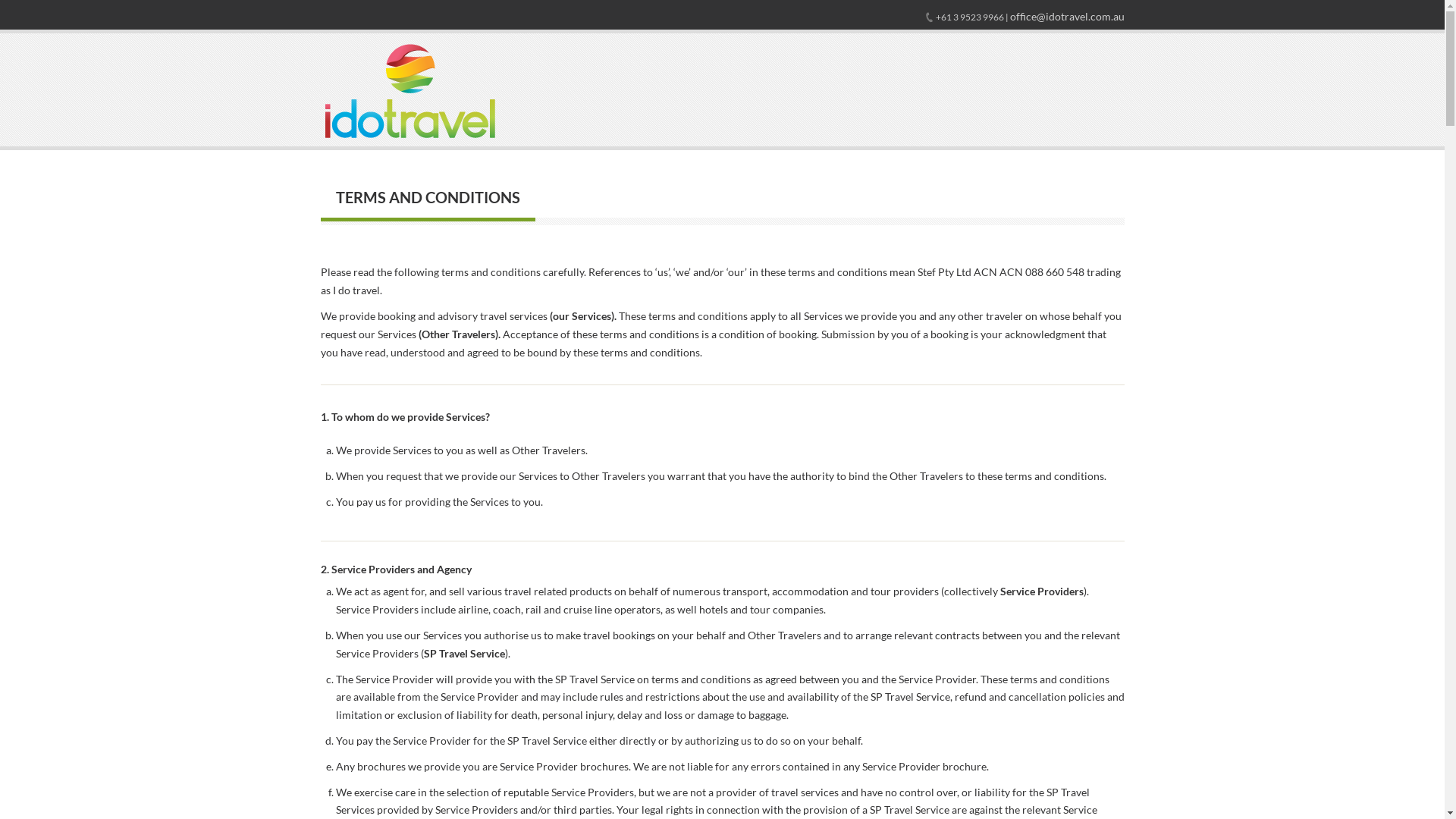  What do you see at coordinates (1009, 16) in the screenshot?
I see `'office@idotravel.com.au'` at bounding box center [1009, 16].